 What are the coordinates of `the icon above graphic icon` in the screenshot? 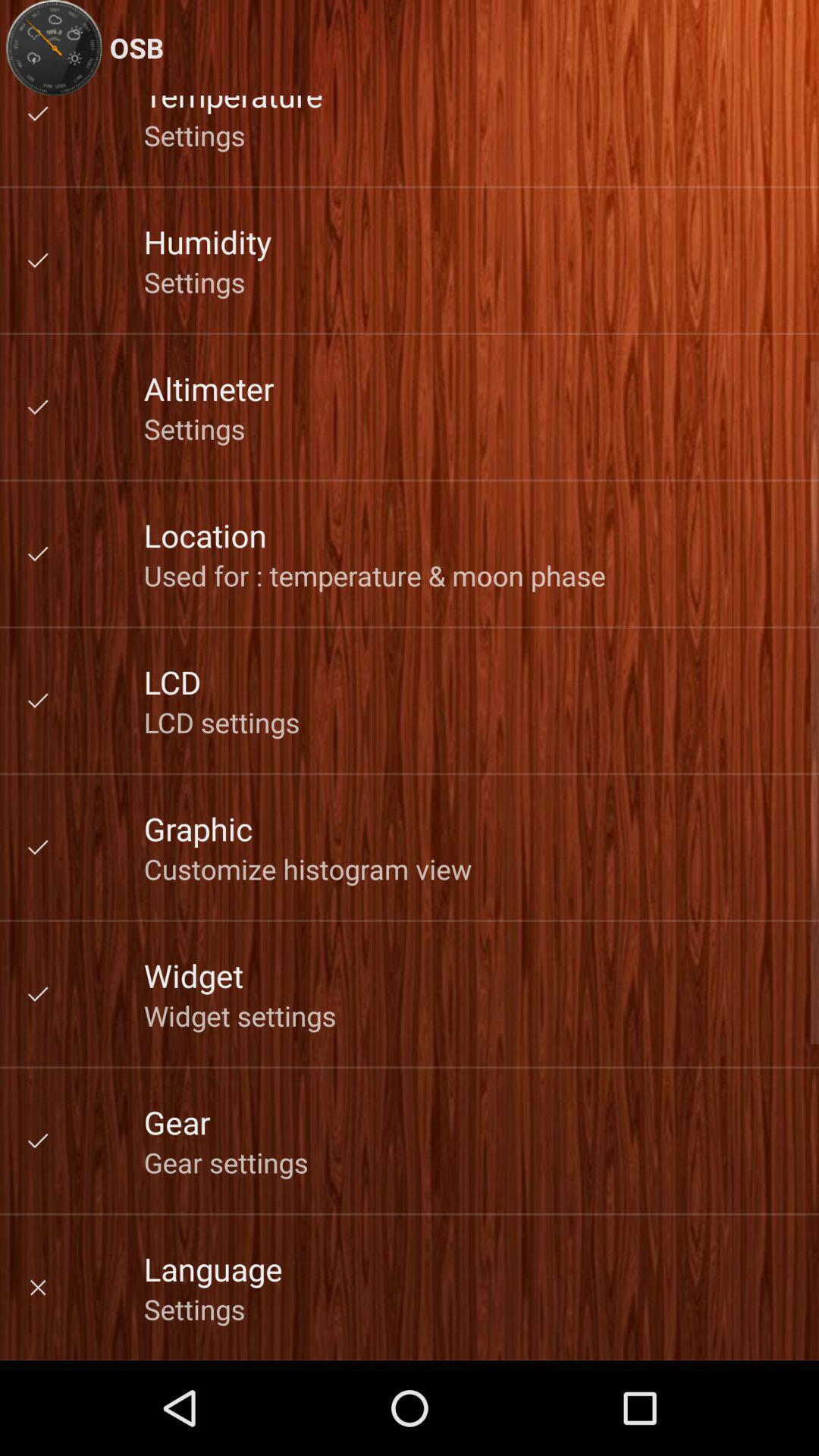 It's located at (221, 721).